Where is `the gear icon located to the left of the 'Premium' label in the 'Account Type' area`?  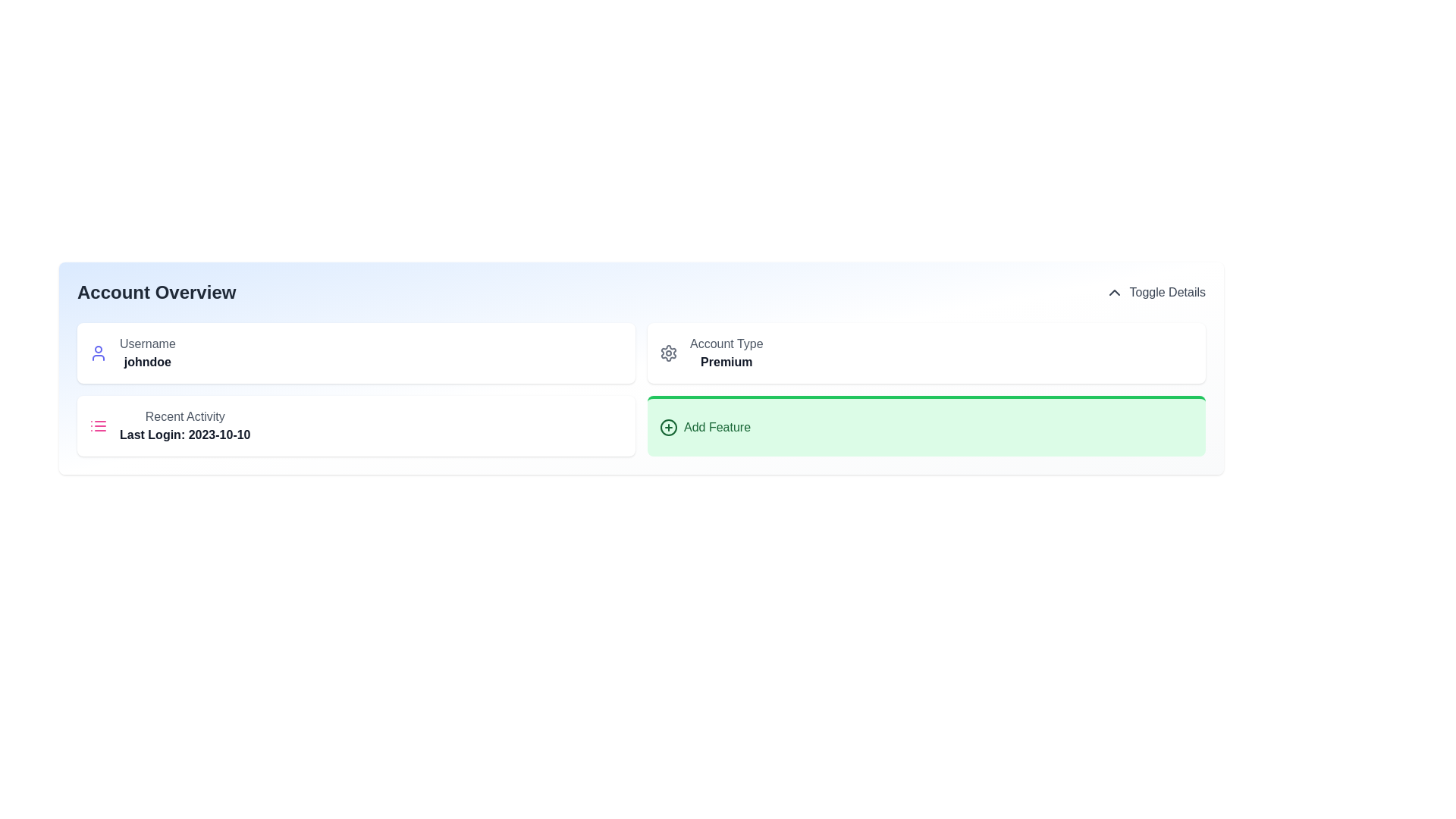
the gear icon located to the left of the 'Premium' label in the 'Account Type' area is located at coordinates (668, 353).